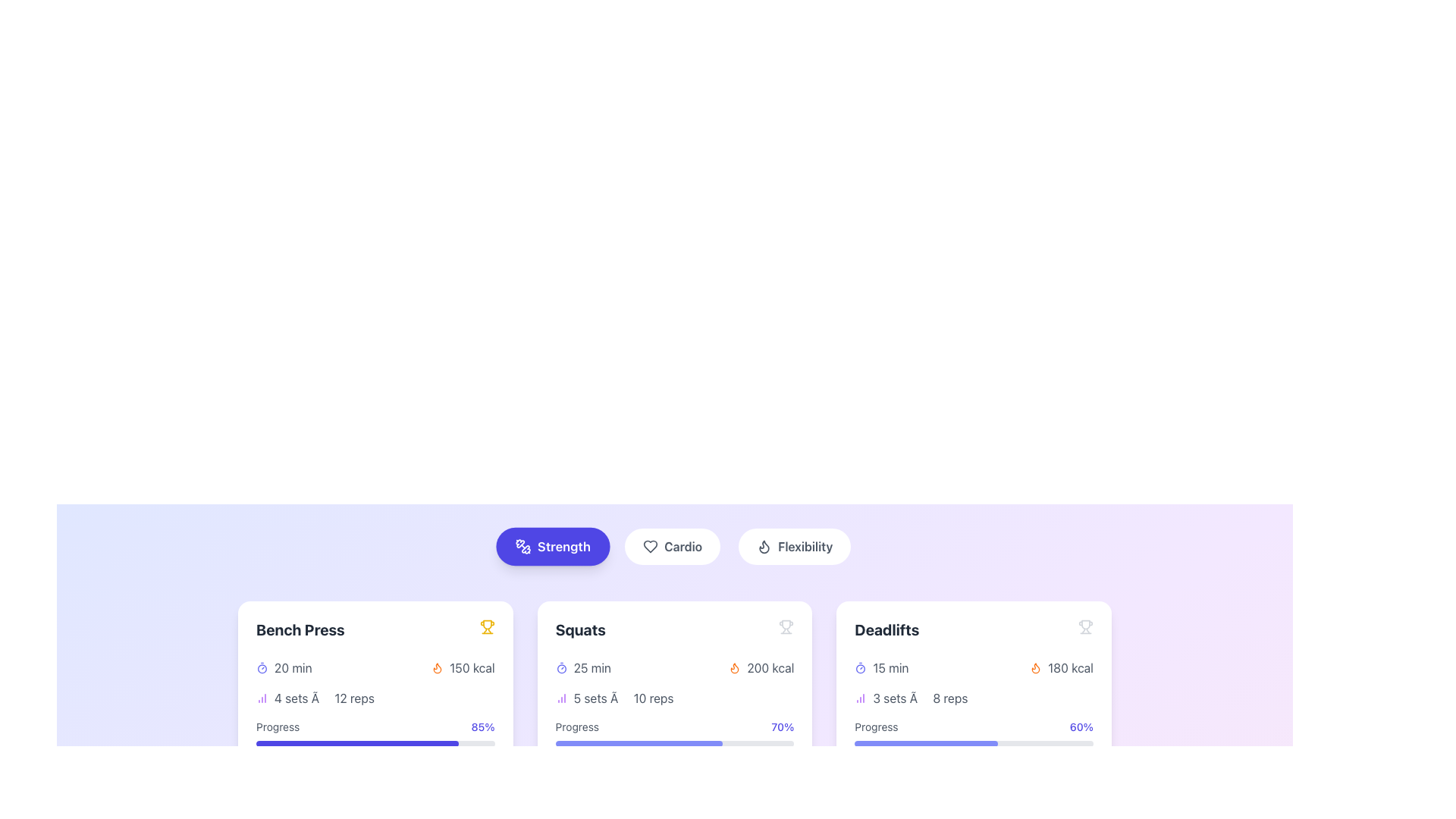  I want to click on the small purple SVG icon resembling a chart with increasing columns, located to the left of the text '3 sets × 8 reps' in the 'Deadlifts' section, so click(861, 698).